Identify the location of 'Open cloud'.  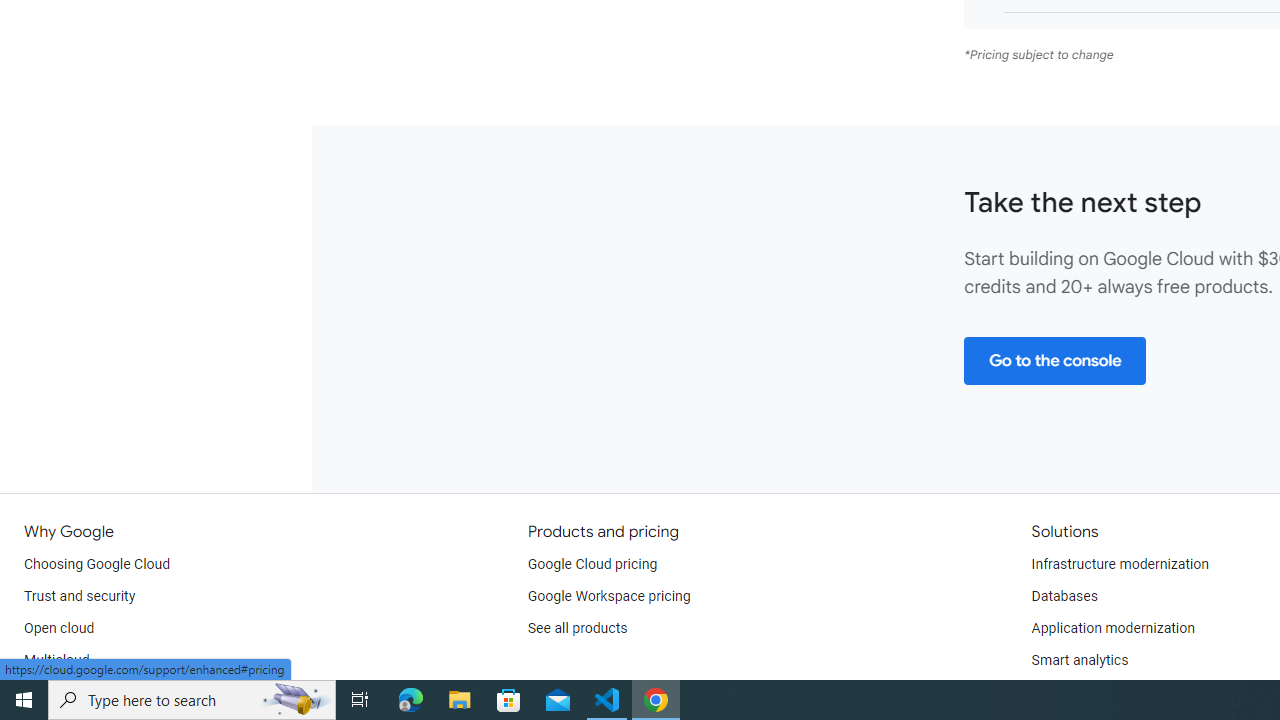
(59, 627).